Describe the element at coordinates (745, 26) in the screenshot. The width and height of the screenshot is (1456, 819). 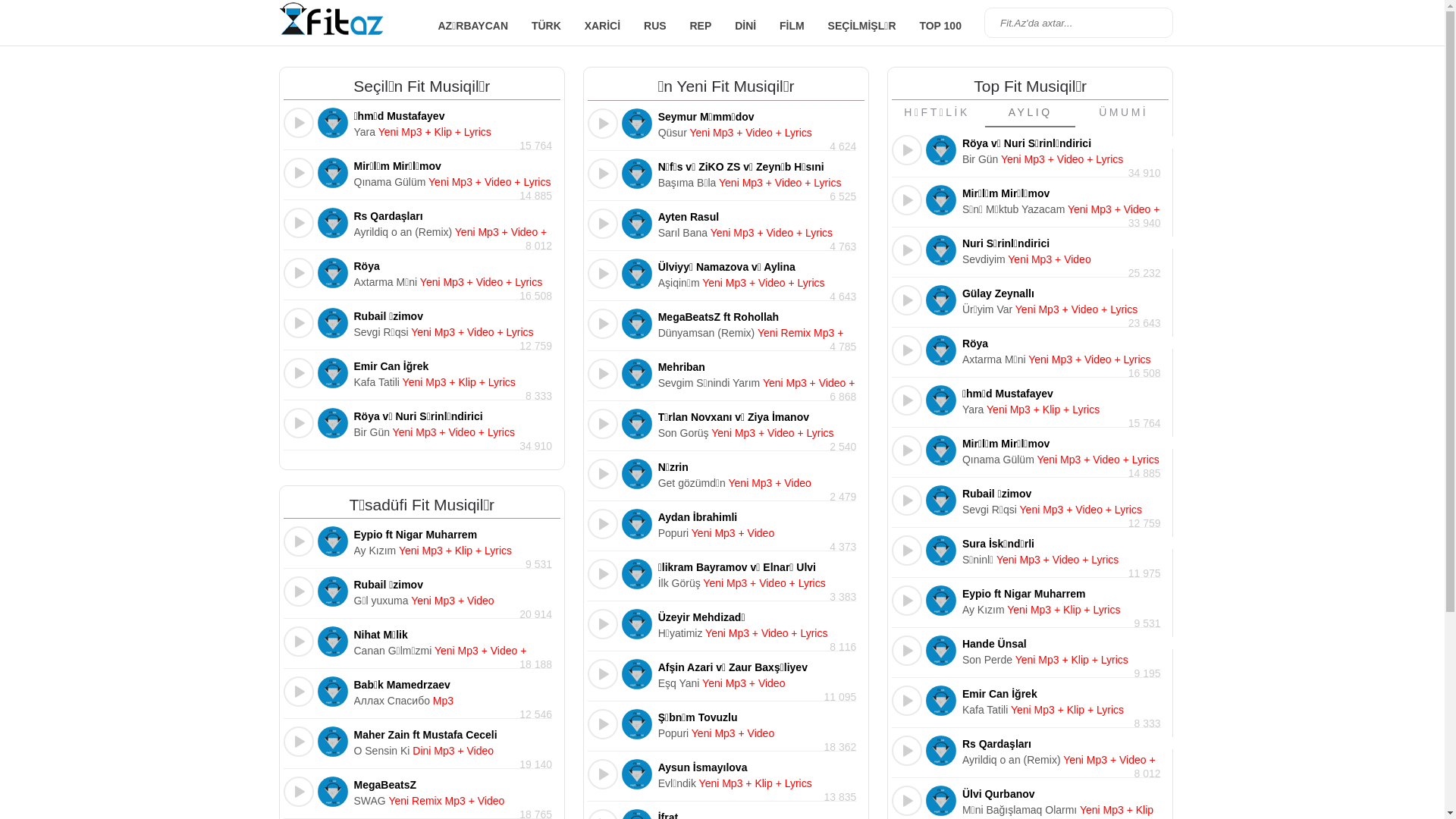
I see `'DINI'` at that location.